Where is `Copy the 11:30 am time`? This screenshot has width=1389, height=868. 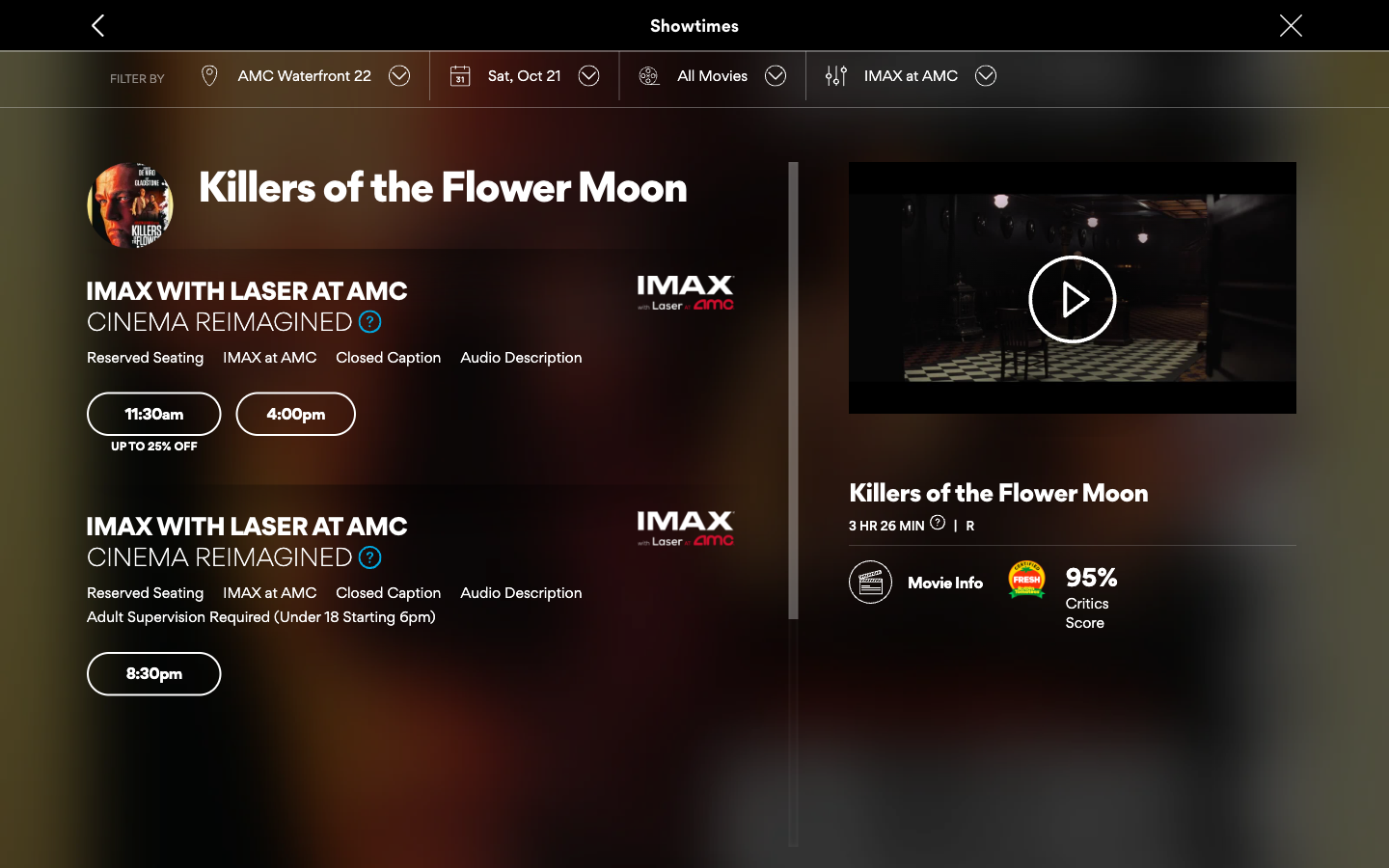
Copy the 11:30 am time is located at coordinates (152, 408).